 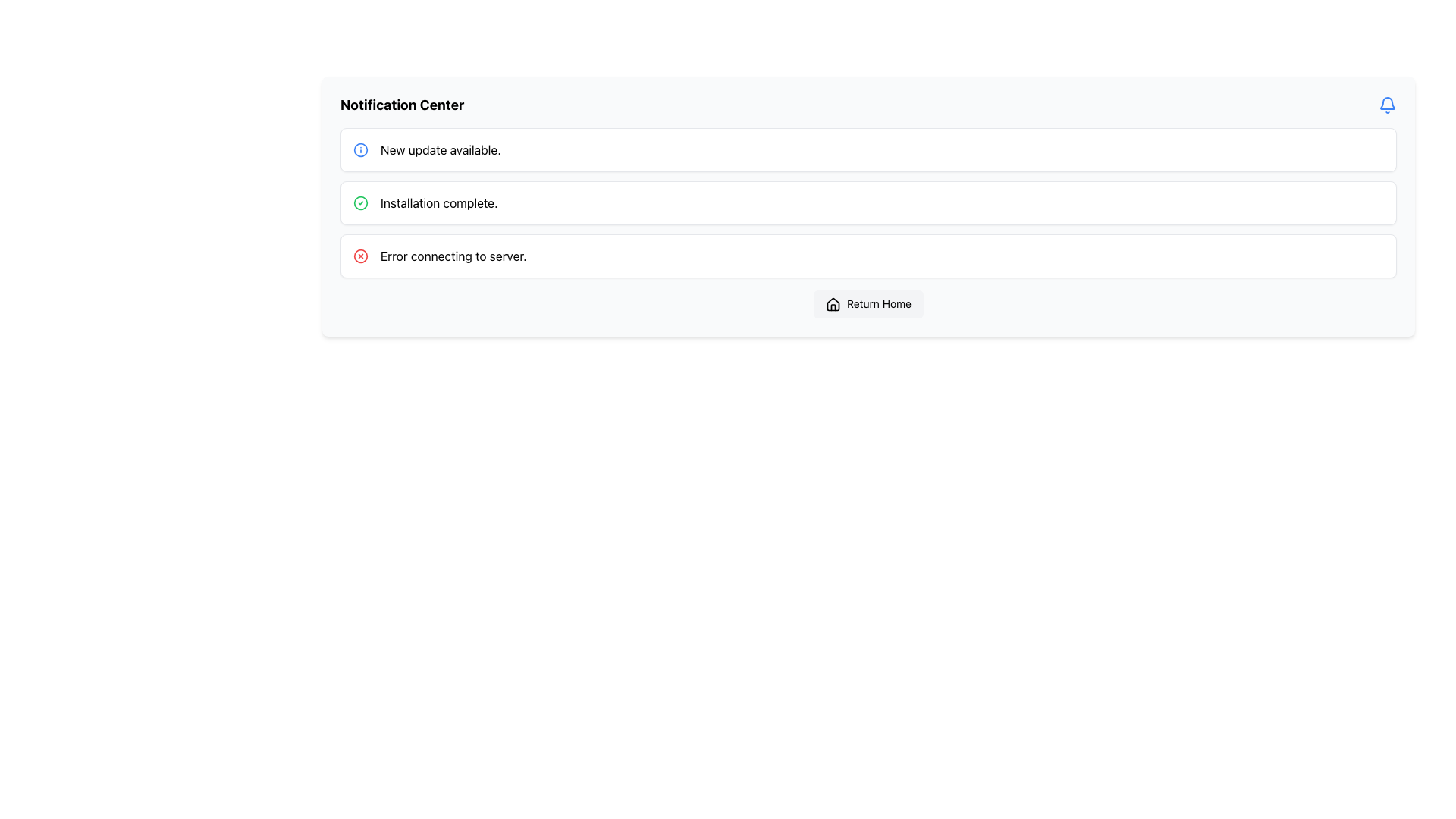 What do you see at coordinates (833, 305) in the screenshot?
I see `the home icon located to the left of the 'Return Home' text within the button, which serves as a visual cue for the button's purpose` at bounding box center [833, 305].